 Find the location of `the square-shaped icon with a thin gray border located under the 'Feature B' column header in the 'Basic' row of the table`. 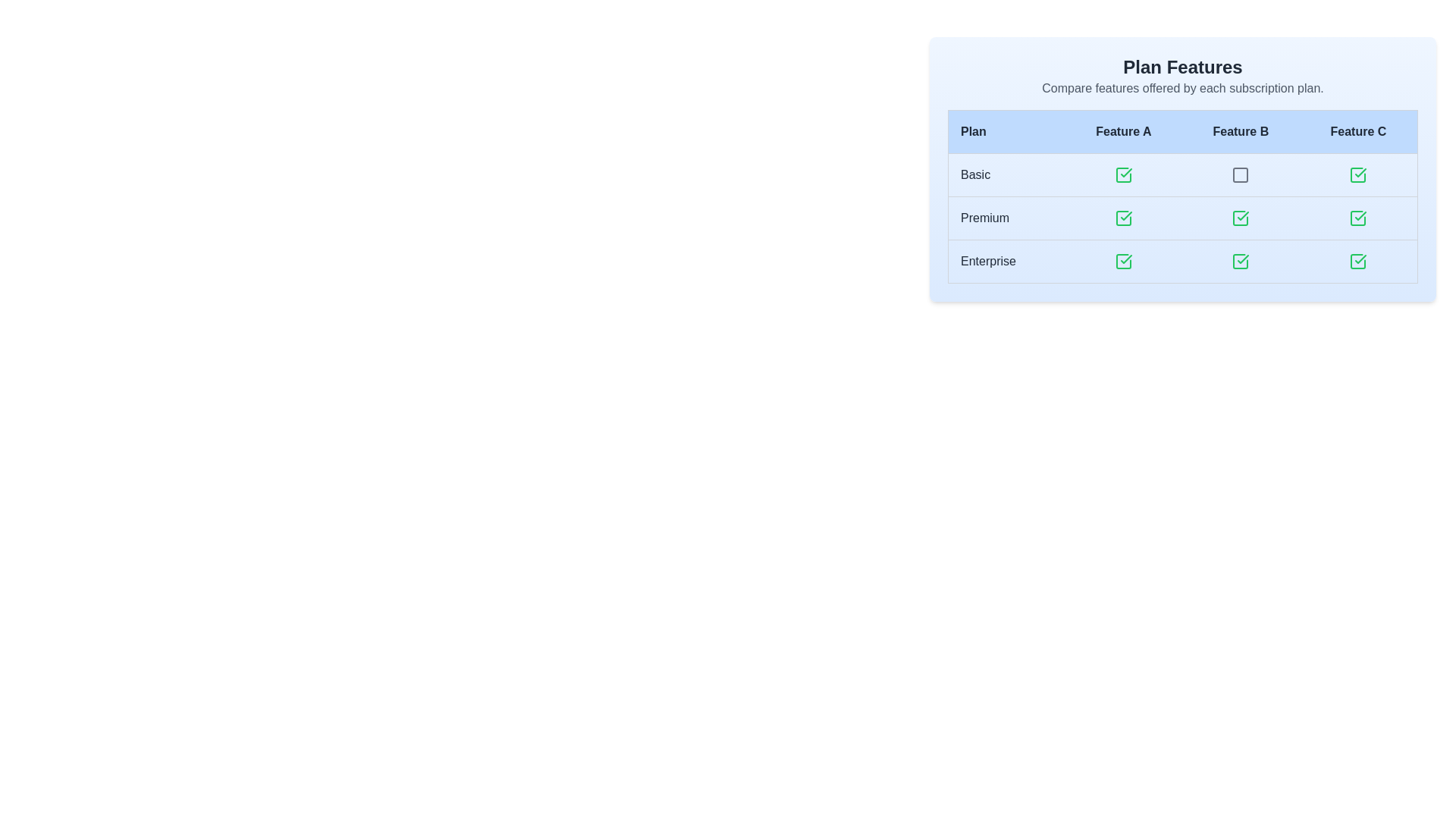

the square-shaped icon with a thin gray border located under the 'Feature B' column header in the 'Basic' row of the table is located at coordinates (1241, 174).